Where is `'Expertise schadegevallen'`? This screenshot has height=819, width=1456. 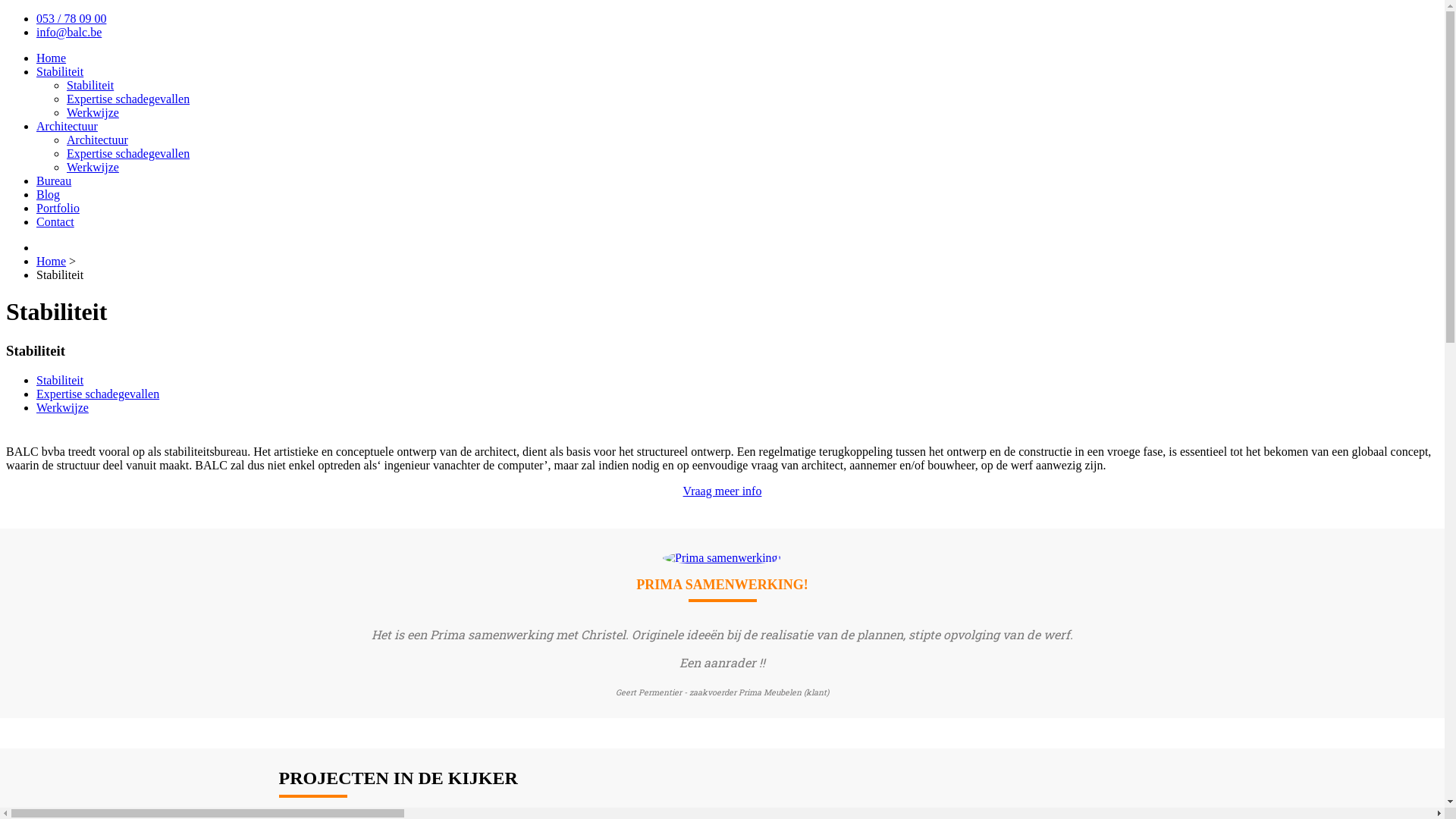
'Expertise schadegevallen' is located at coordinates (127, 99).